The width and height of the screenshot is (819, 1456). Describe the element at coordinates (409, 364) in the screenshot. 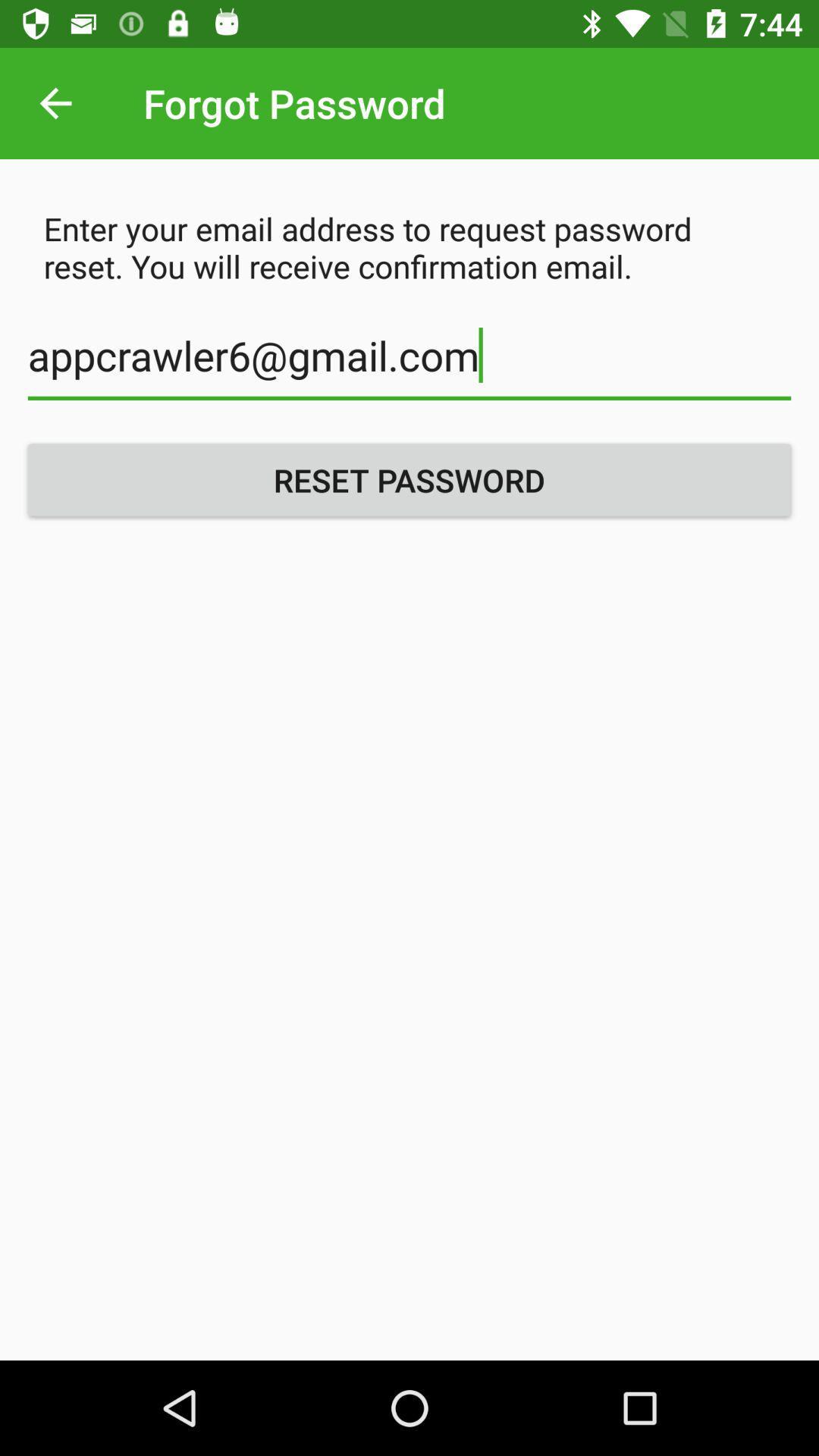

I see `icon below the enter your email icon` at that location.